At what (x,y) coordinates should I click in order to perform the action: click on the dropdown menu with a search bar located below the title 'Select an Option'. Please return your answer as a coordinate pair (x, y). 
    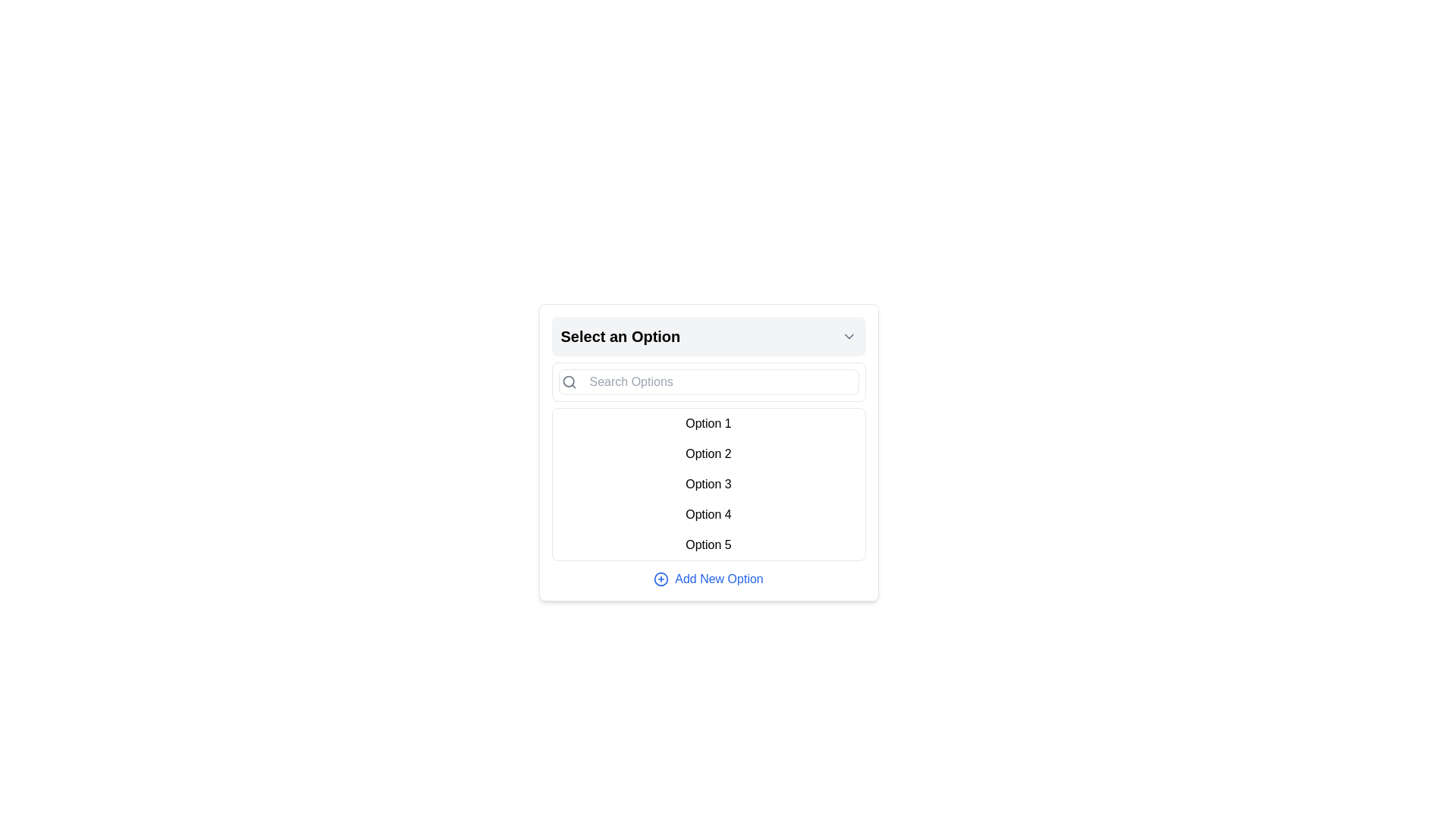
    Looking at the image, I should click on (708, 452).